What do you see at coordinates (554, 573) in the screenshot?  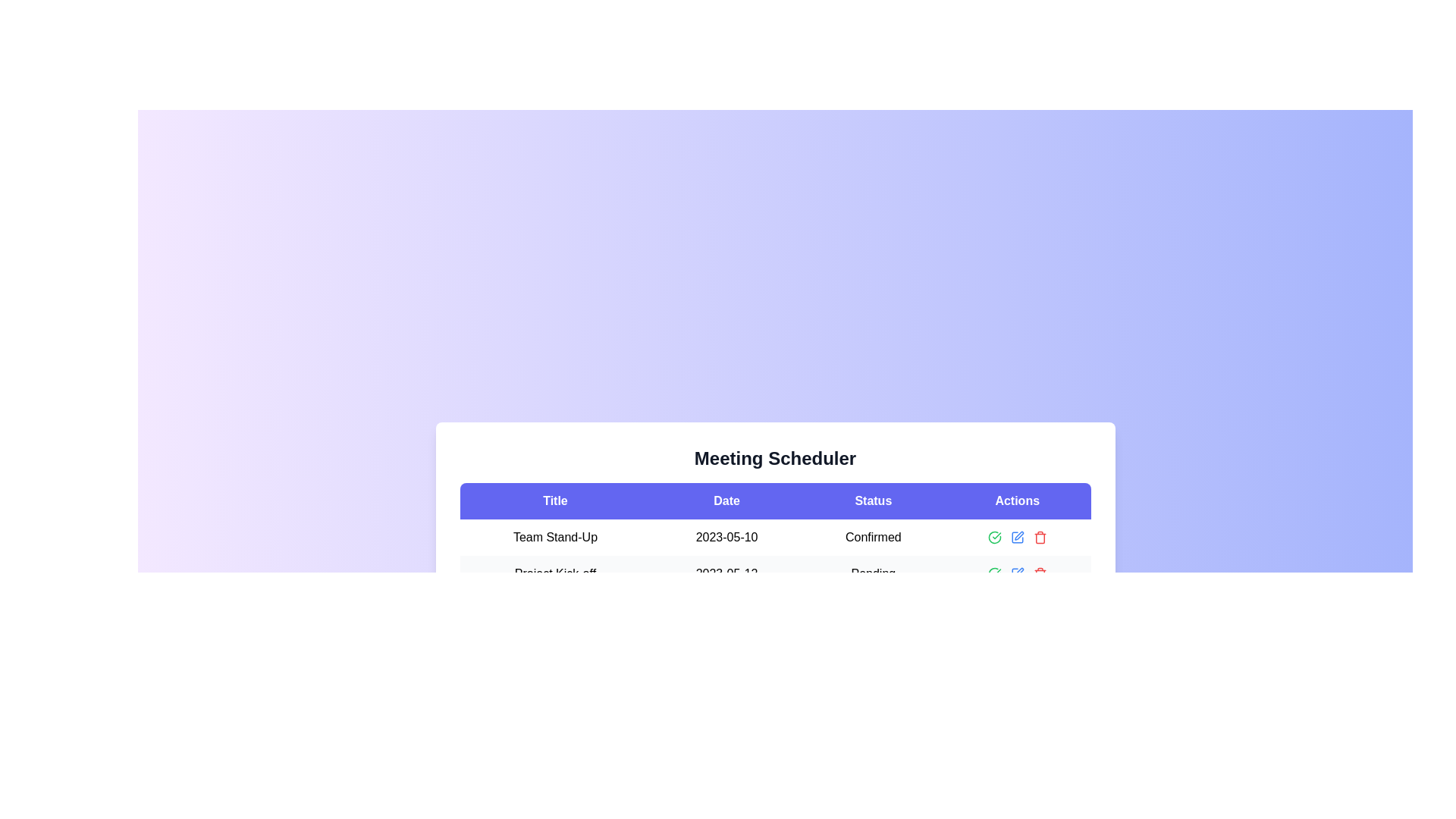 I see `the static text label that serves as an identifier for a specific project or task within the table, located under the 'Title' heading` at bounding box center [554, 573].